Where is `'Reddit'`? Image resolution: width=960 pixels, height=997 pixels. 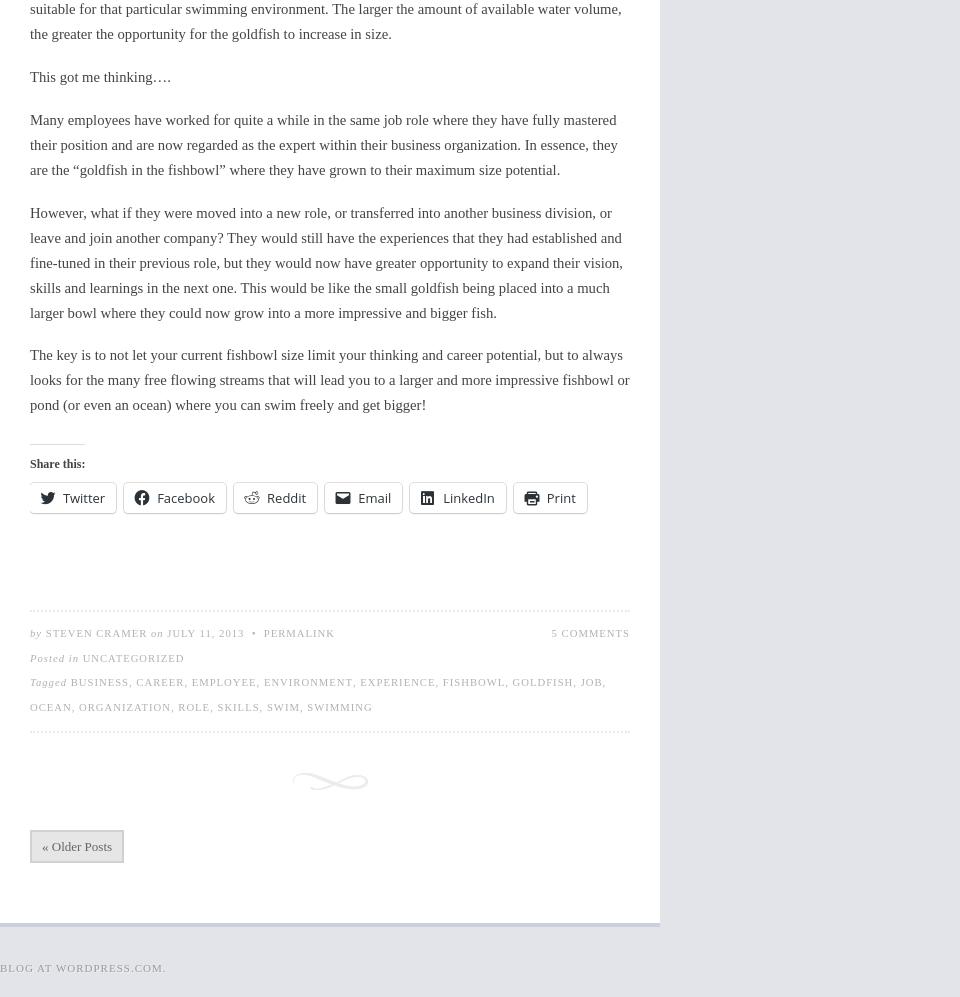
'Reddit' is located at coordinates (285, 497).